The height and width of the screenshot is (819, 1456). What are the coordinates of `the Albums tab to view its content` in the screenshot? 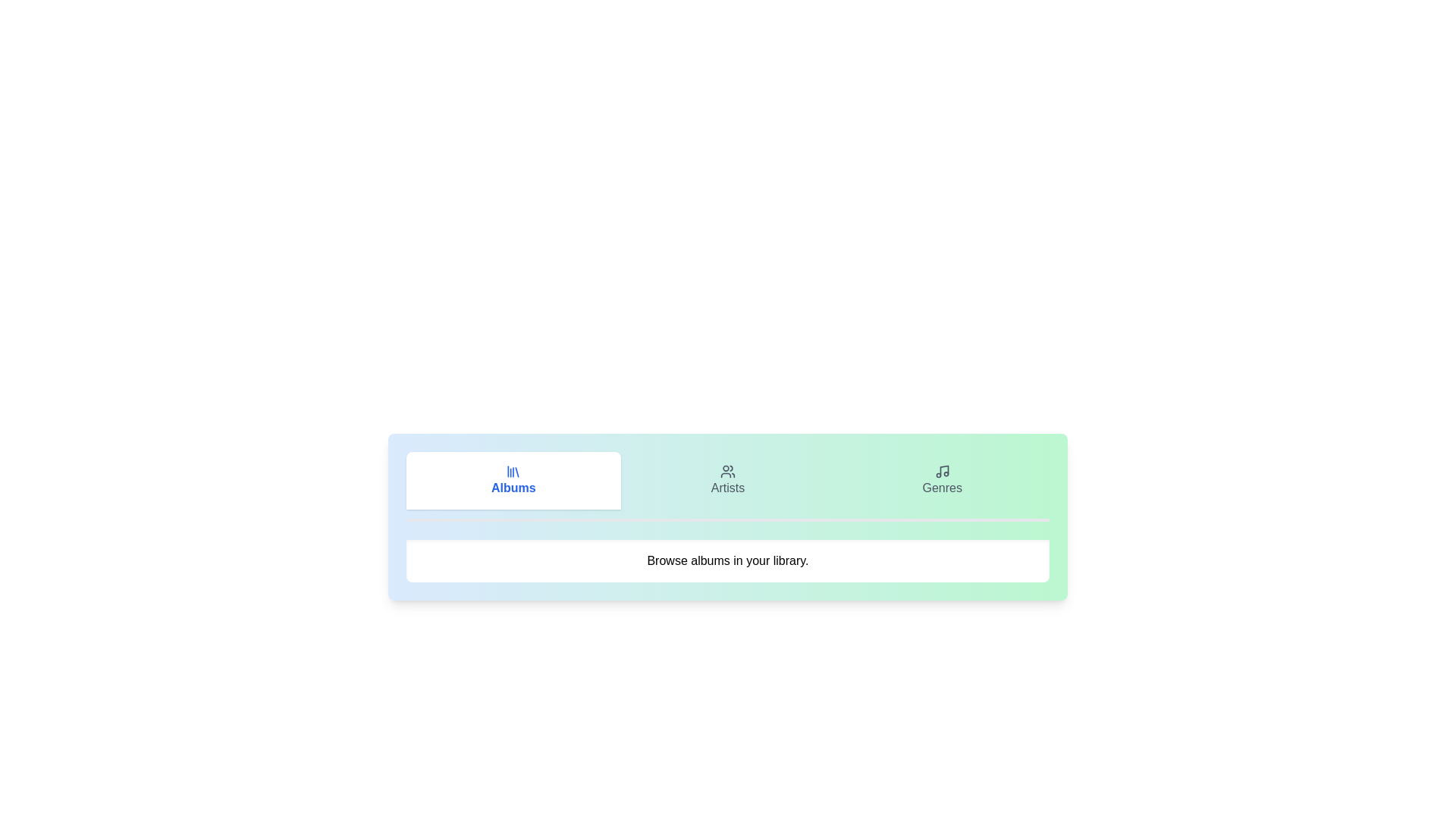 It's located at (513, 480).